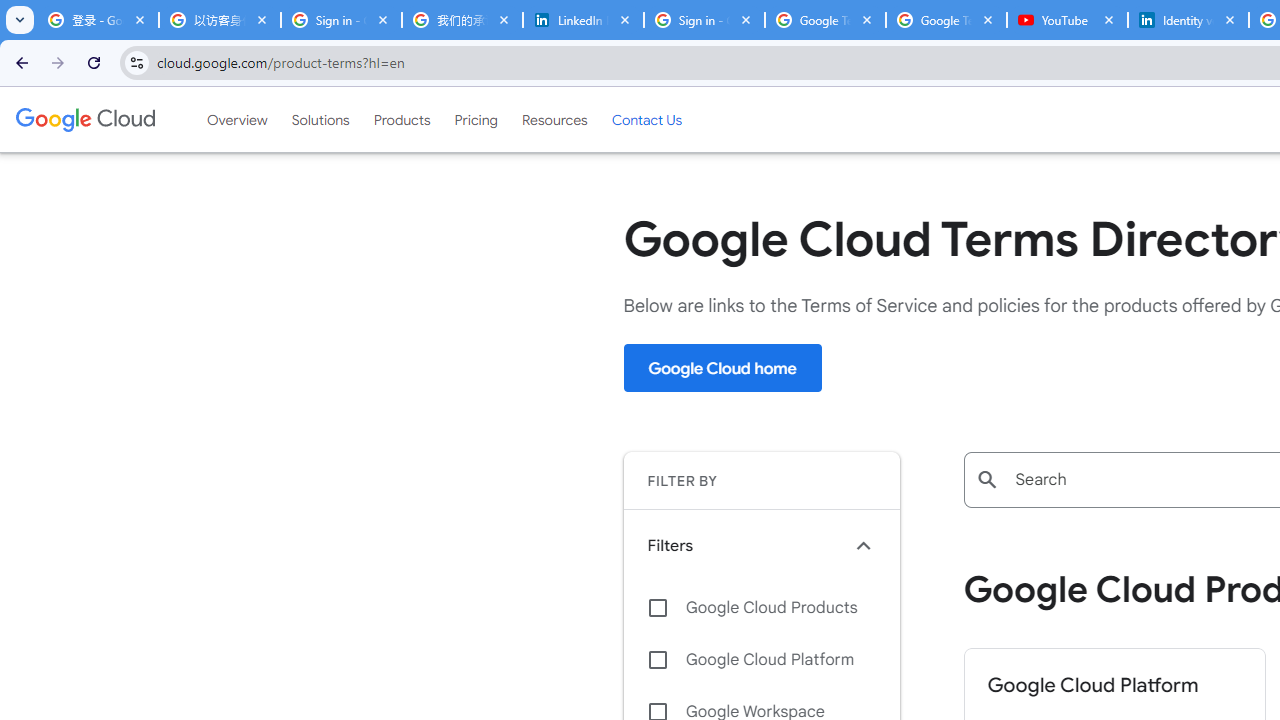 The height and width of the screenshot is (720, 1280). I want to click on 'Sign in - Google Accounts', so click(704, 20).